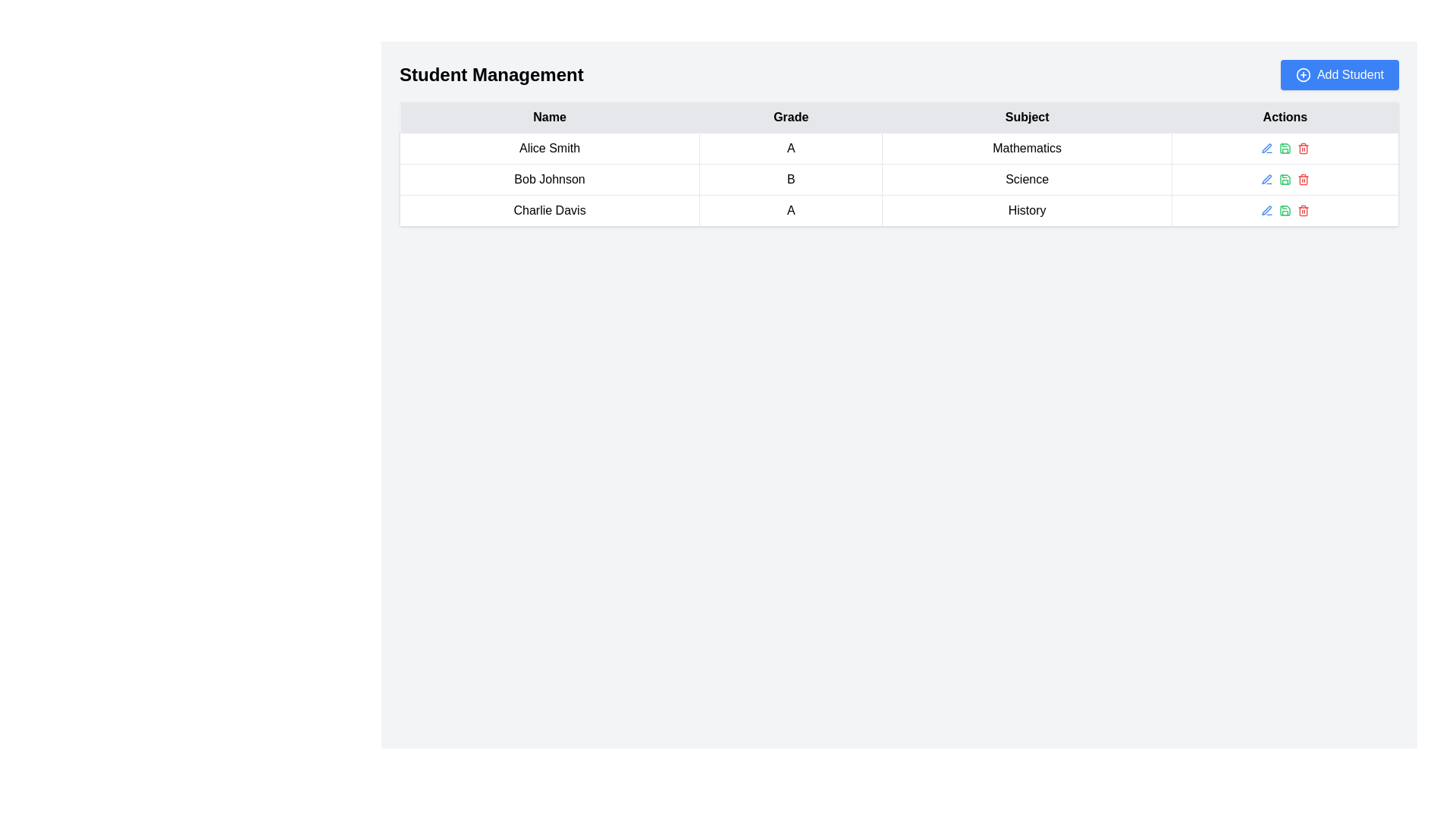 This screenshot has width=1456, height=819. What do you see at coordinates (548, 117) in the screenshot?
I see `the 'Name' text label located at the top-left corner of the table header in the Student Management section` at bounding box center [548, 117].